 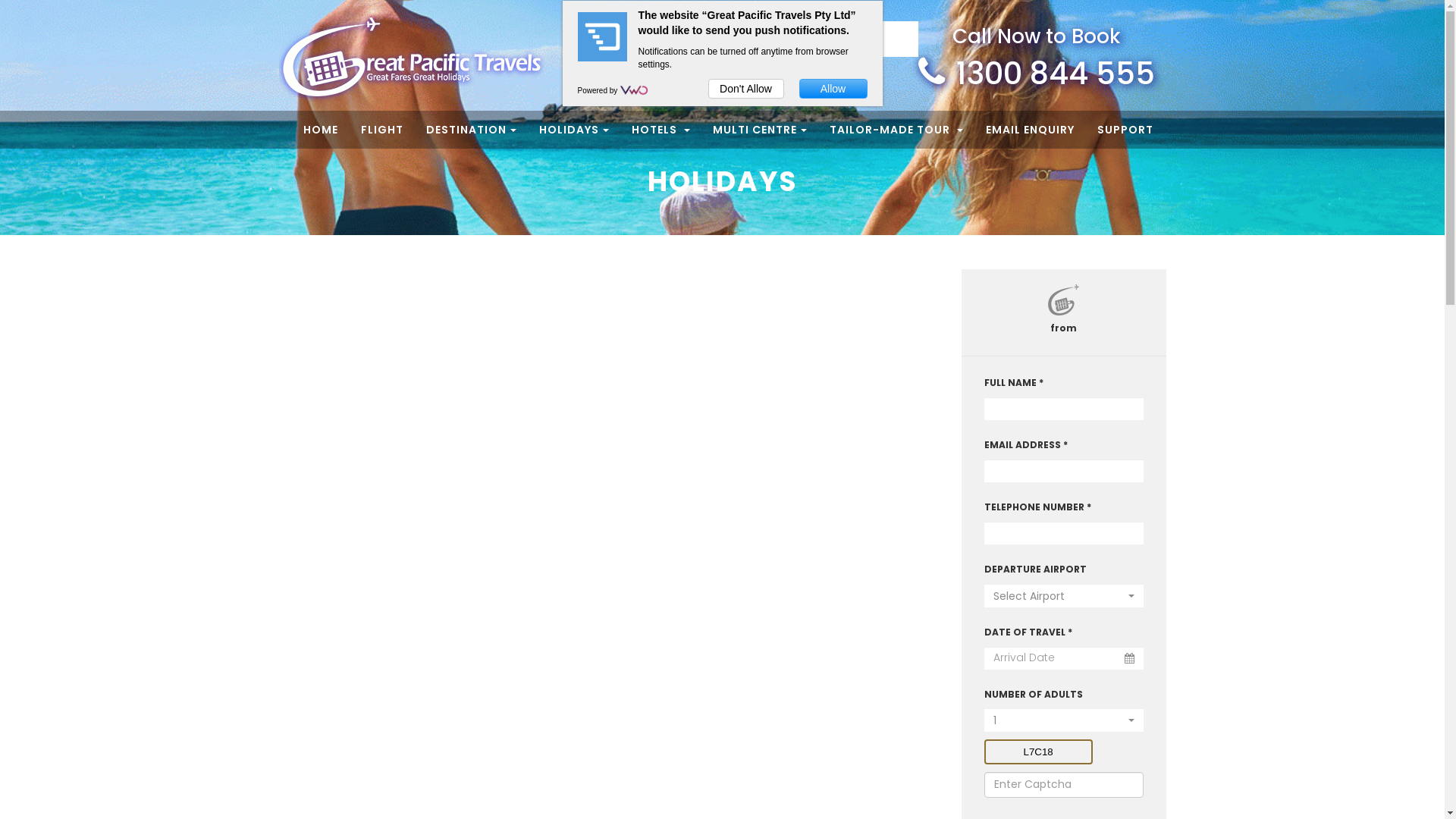 What do you see at coordinates (359, 128) in the screenshot?
I see `'FLIGHT'` at bounding box center [359, 128].